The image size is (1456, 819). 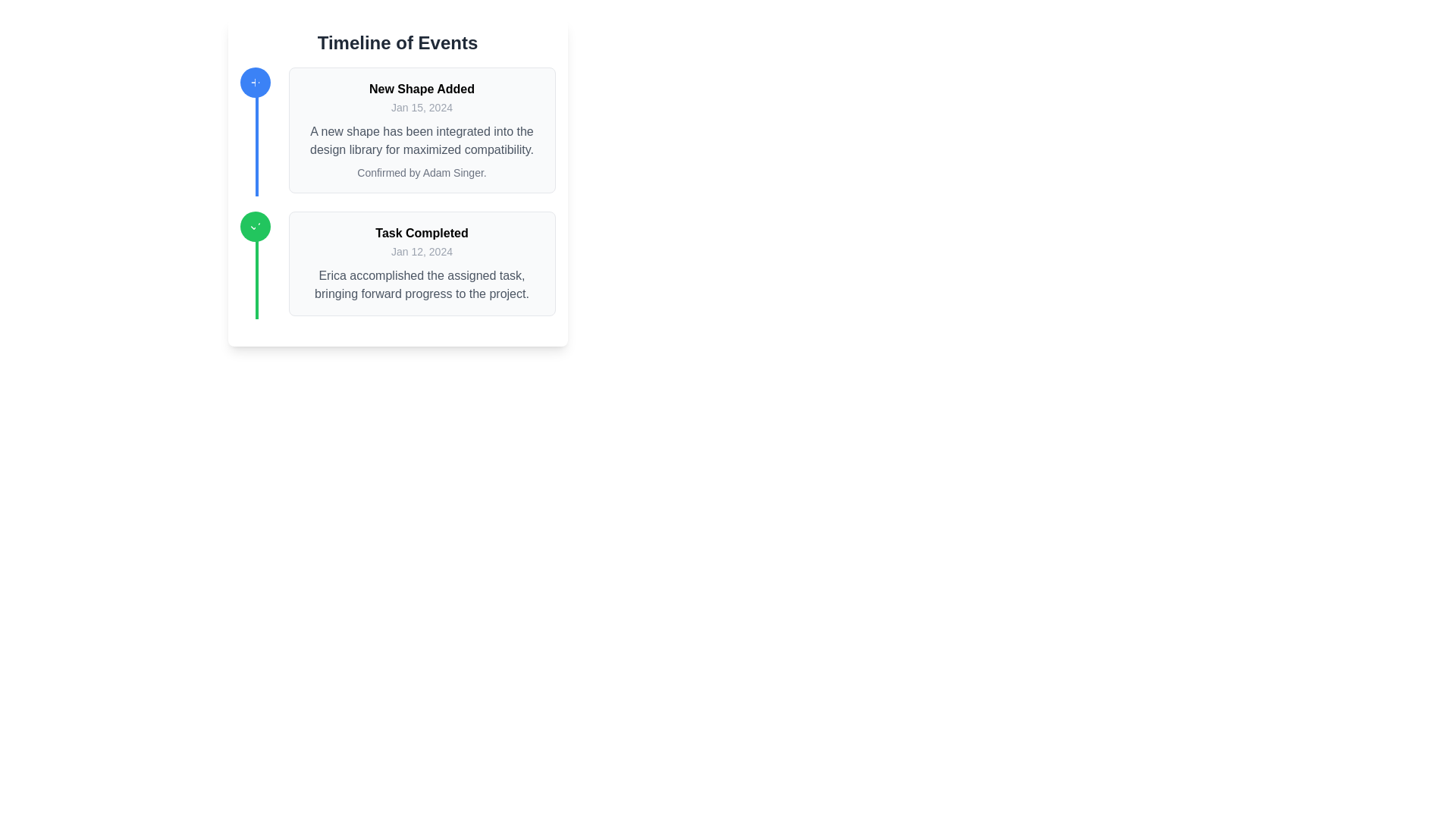 What do you see at coordinates (422, 107) in the screenshot?
I see `text content of the light-gray date label displaying 'Jan 15, 2024', which is positioned beneath the title 'New Shape Added'` at bounding box center [422, 107].